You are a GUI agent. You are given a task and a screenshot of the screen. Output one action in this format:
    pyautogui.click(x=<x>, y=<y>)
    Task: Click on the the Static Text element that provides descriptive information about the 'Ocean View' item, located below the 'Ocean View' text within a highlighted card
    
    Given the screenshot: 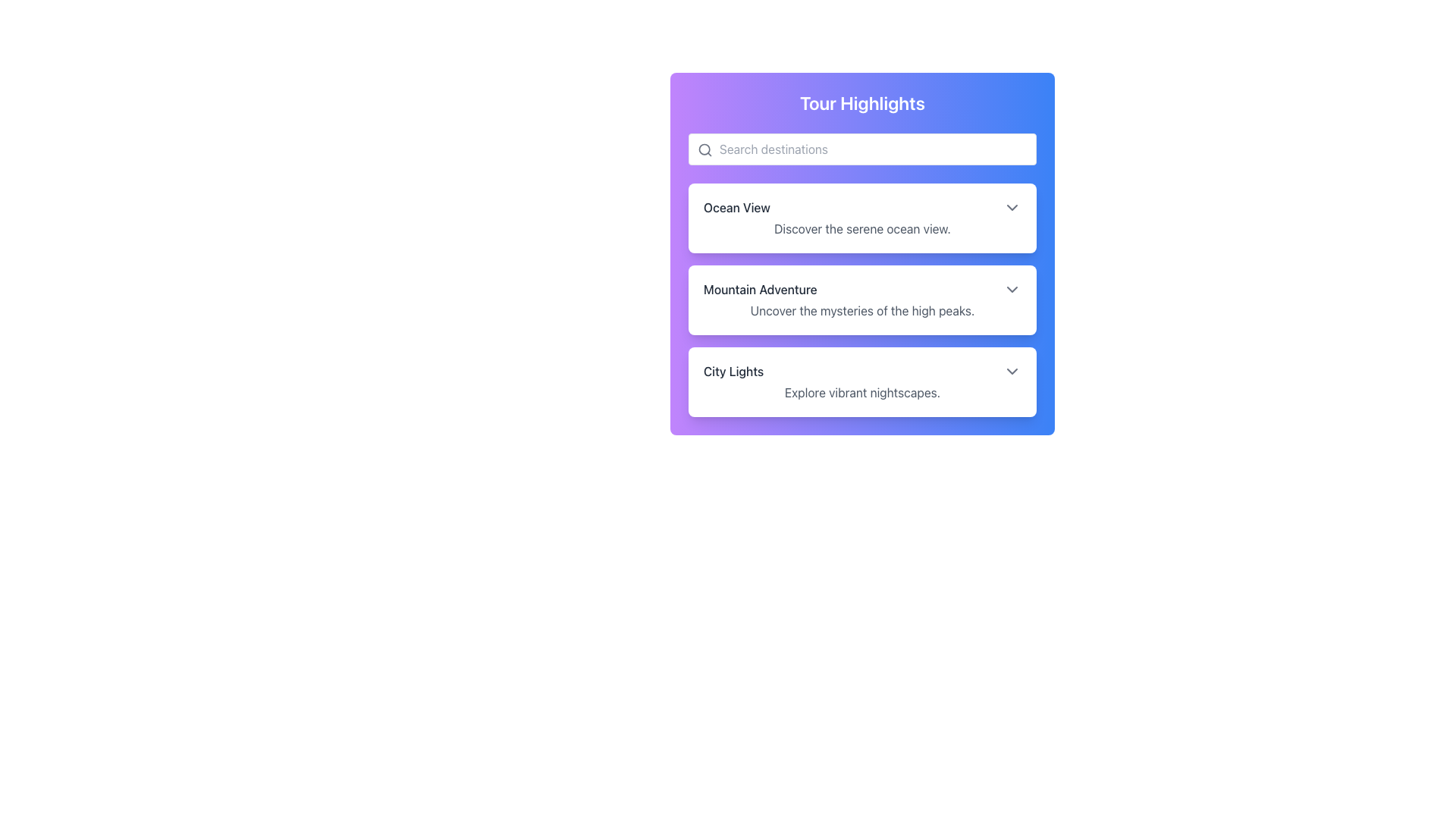 What is the action you would take?
    pyautogui.click(x=862, y=228)
    